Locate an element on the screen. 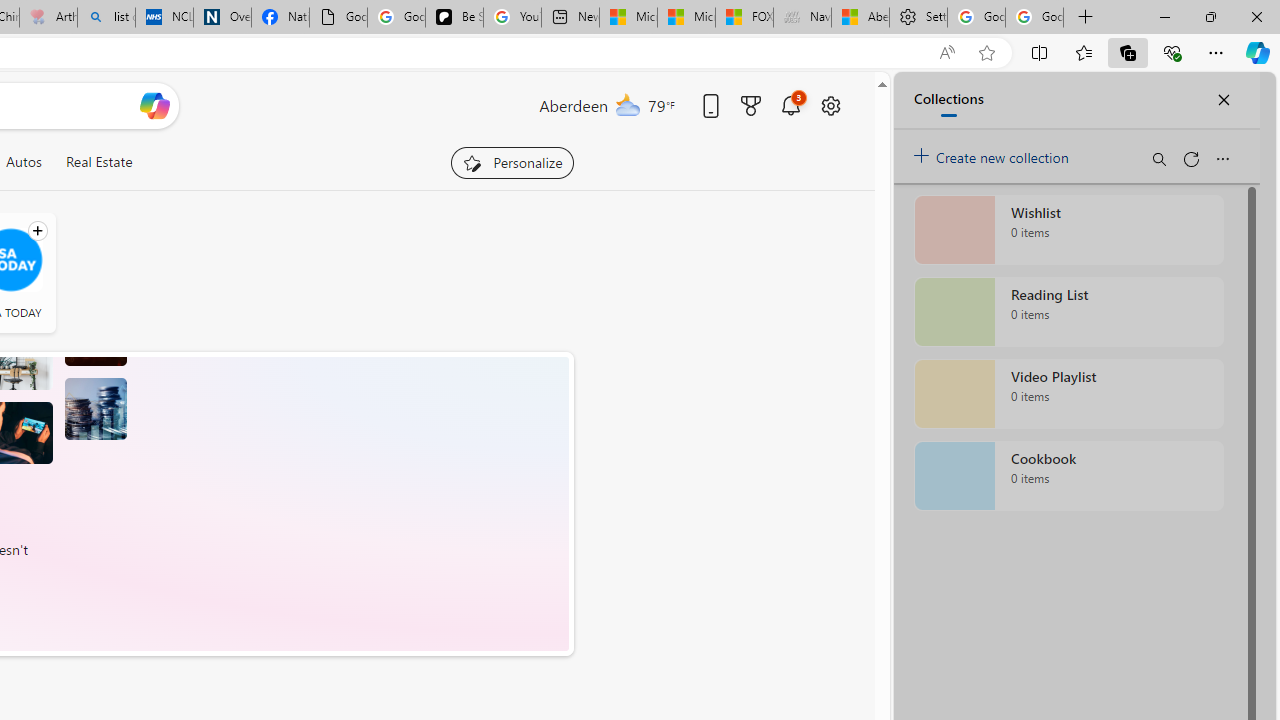 The height and width of the screenshot is (720, 1280). 'Google Analytics Opt-out Browser Add-on Download Page' is located at coordinates (338, 17).